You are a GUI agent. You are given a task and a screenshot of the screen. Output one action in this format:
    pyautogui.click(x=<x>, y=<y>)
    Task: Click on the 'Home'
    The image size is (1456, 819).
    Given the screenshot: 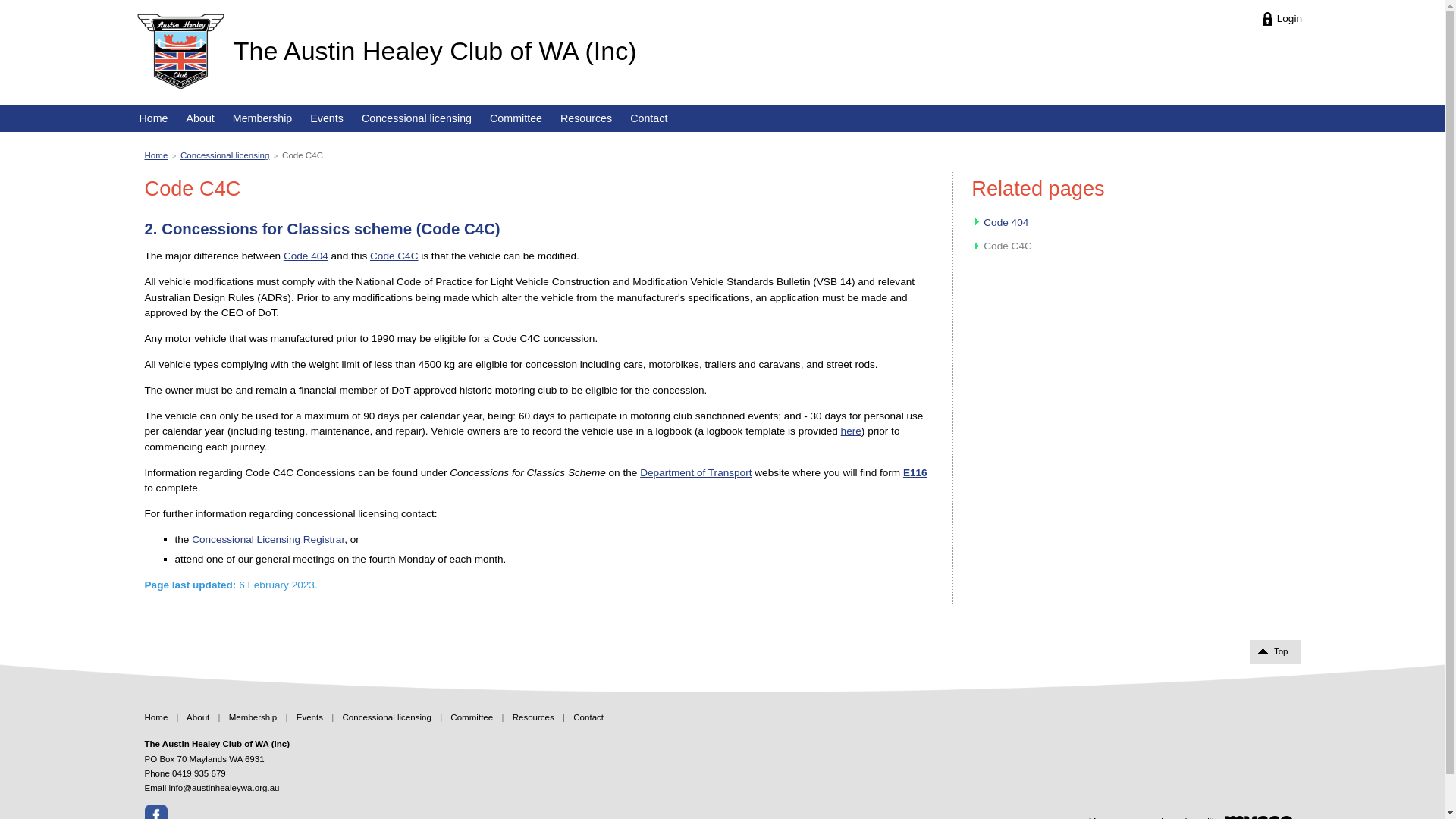 What is the action you would take?
    pyautogui.click(x=130, y=117)
    